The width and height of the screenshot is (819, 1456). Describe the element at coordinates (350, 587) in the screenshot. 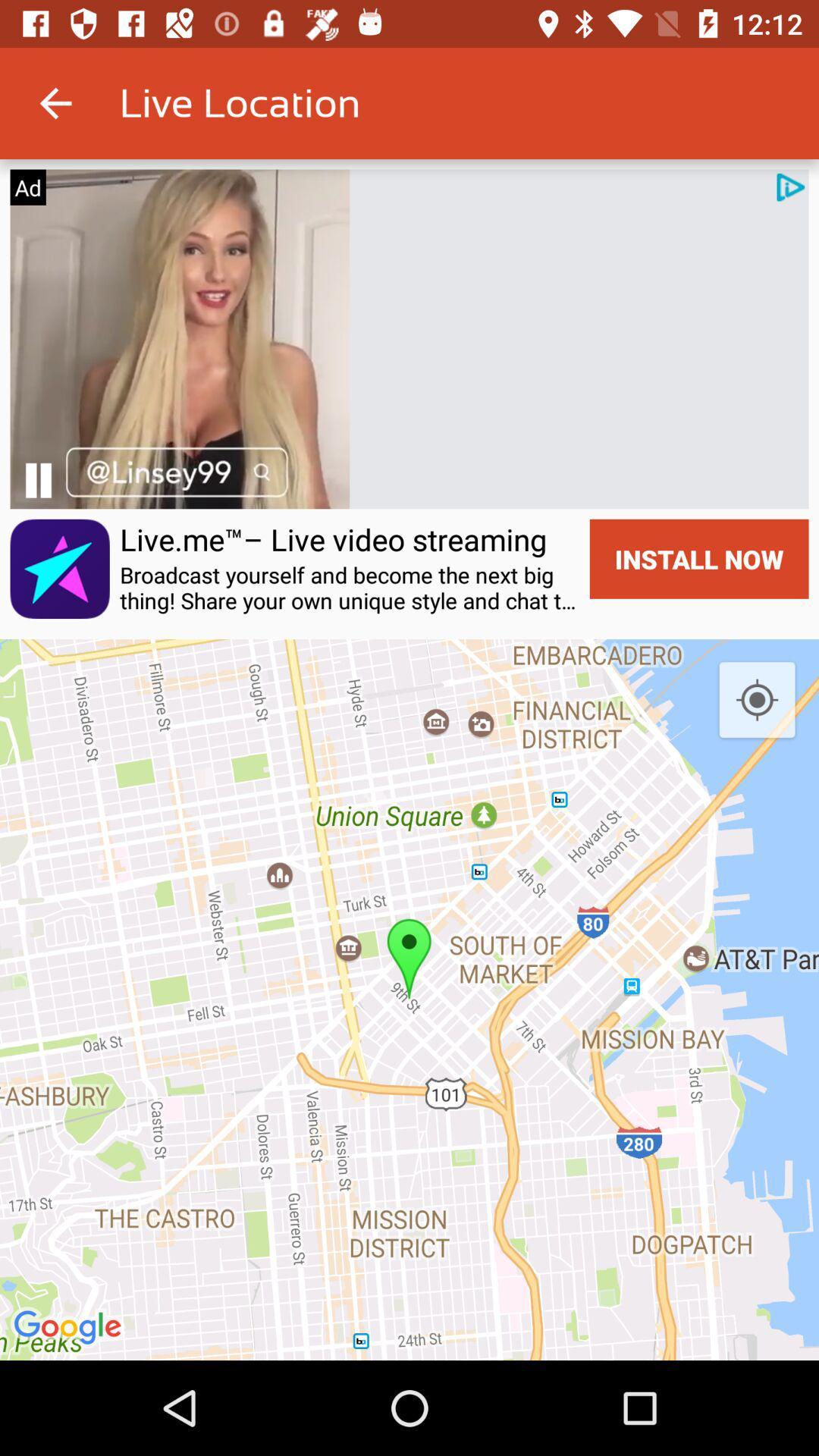

I see `icon next to install now icon` at that location.